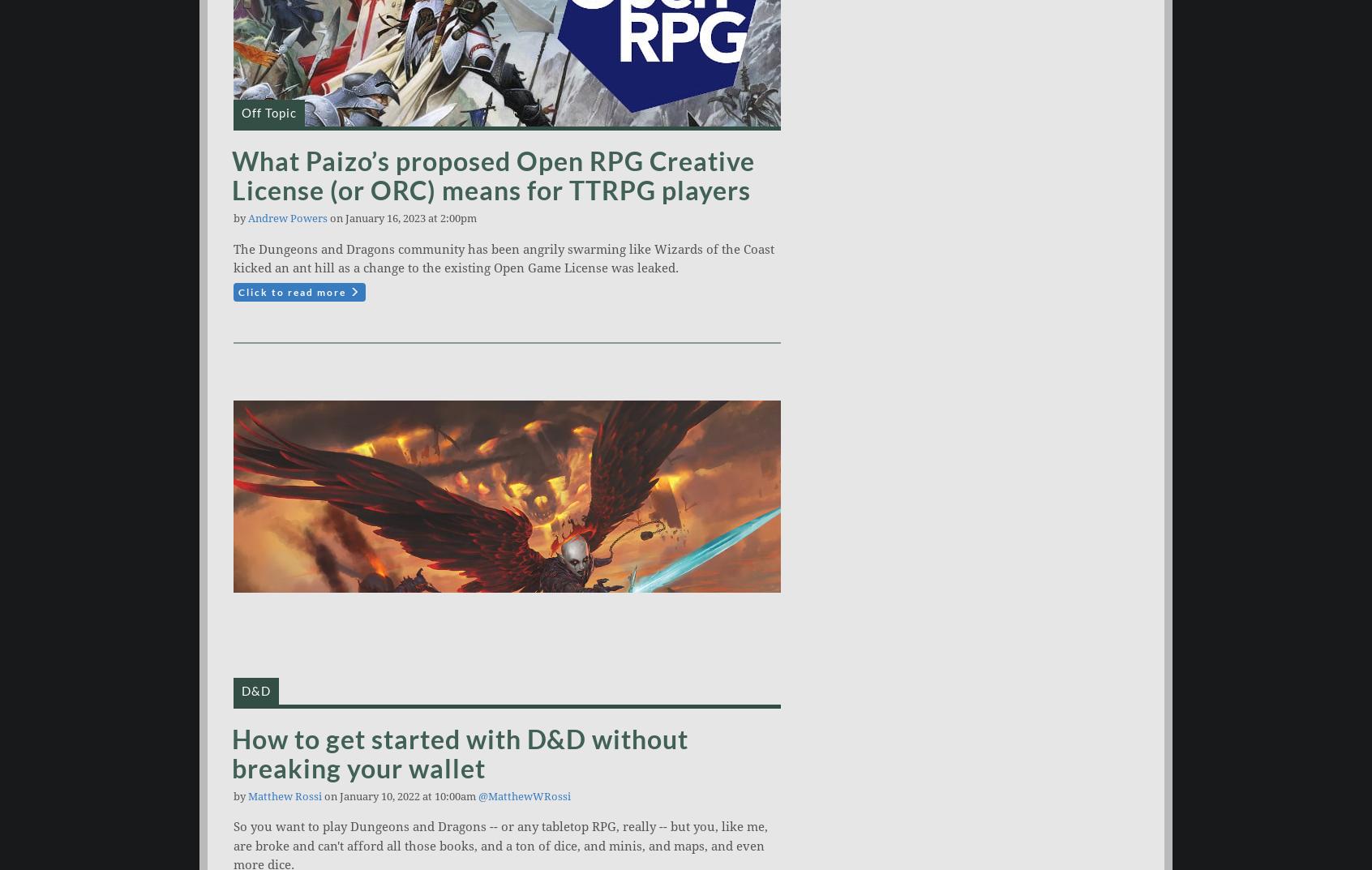 The image size is (1372, 870). What do you see at coordinates (294, 290) in the screenshot?
I see `'Click to read more'` at bounding box center [294, 290].